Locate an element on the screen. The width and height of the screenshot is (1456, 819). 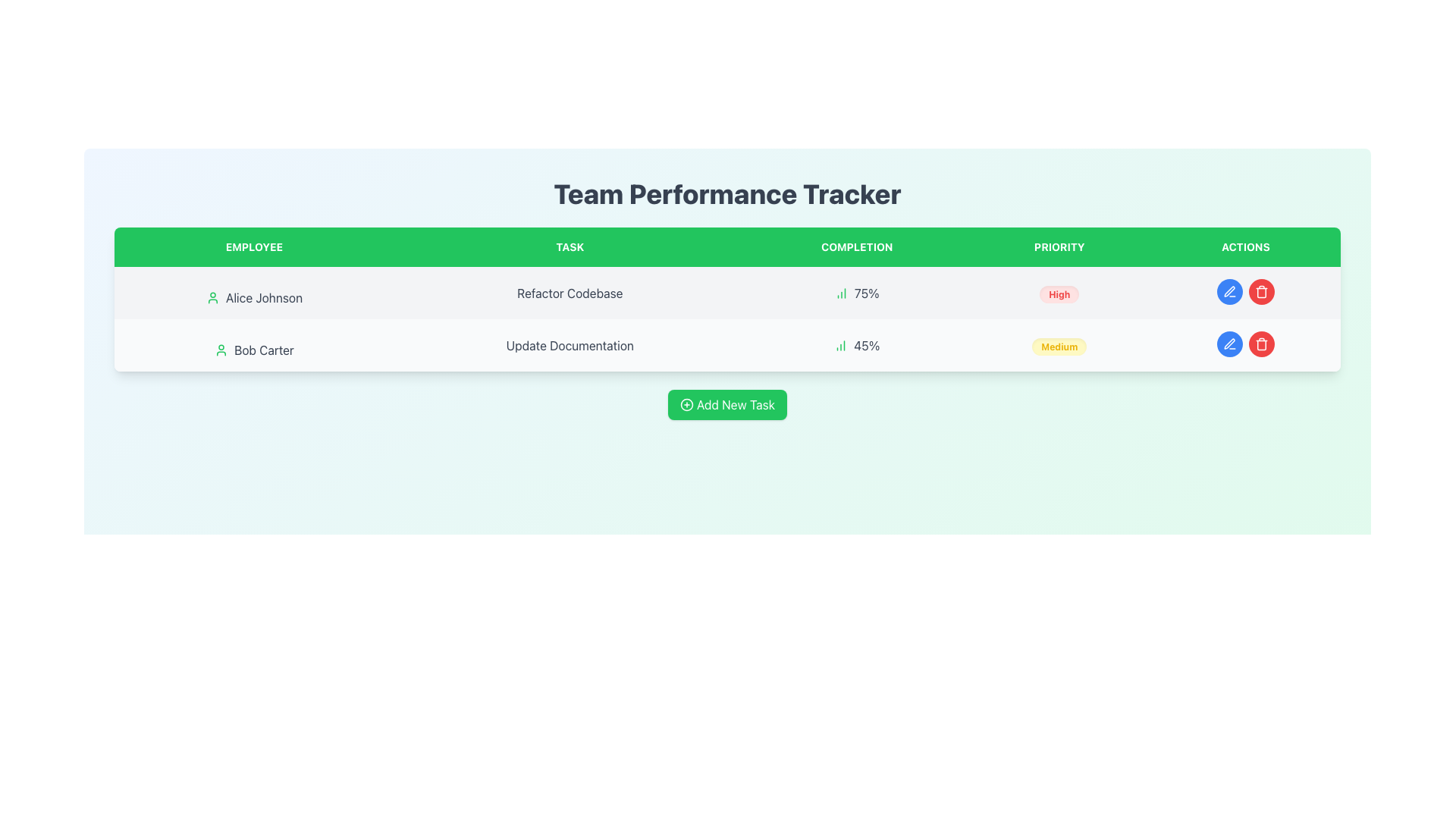
the trashcan icon located in the second row of the 'Actions' column is located at coordinates (1261, 345).